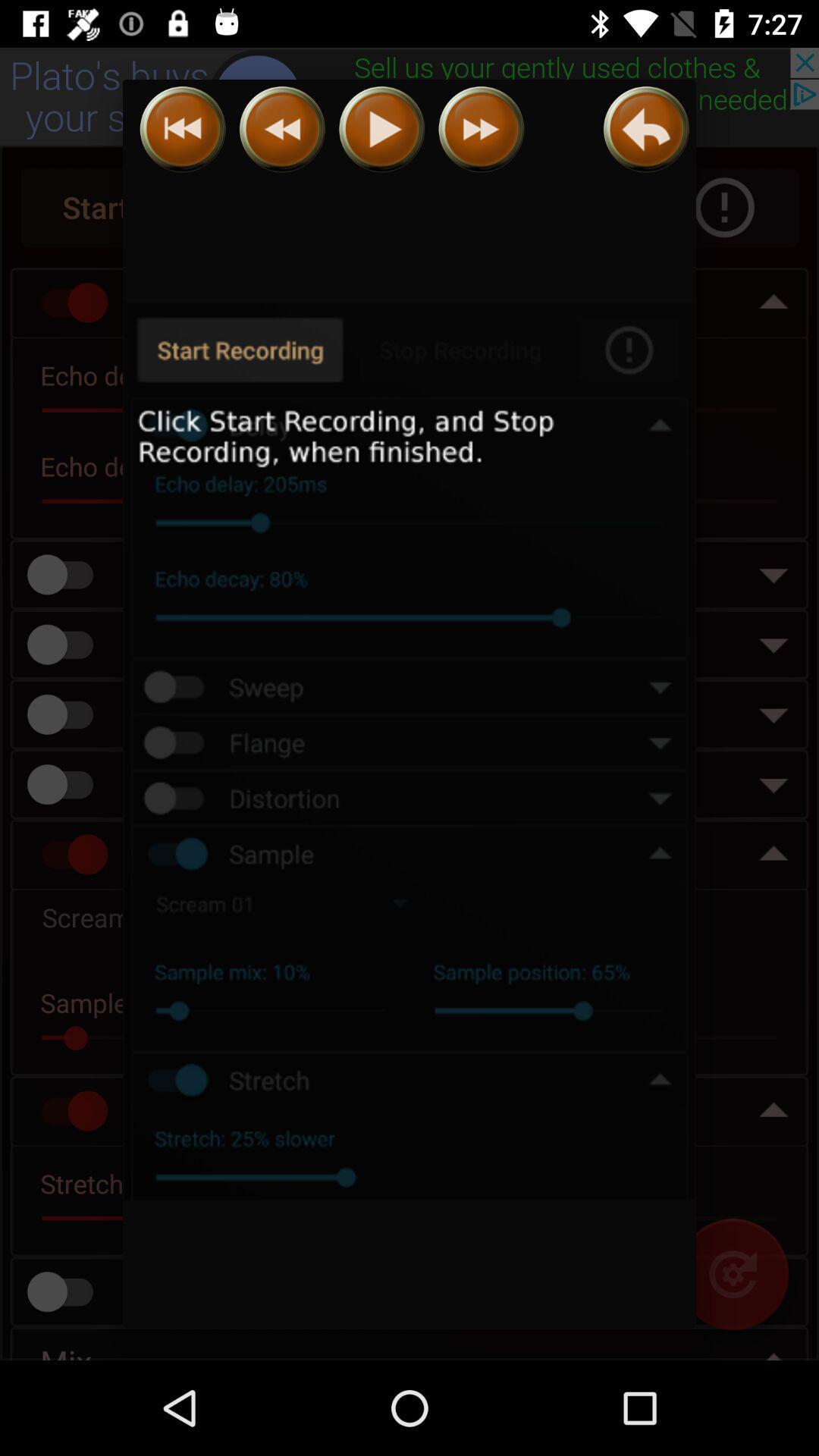 The width and height of the screenshot is (819, 1456). I want to click on previous button, so click(182, 129).